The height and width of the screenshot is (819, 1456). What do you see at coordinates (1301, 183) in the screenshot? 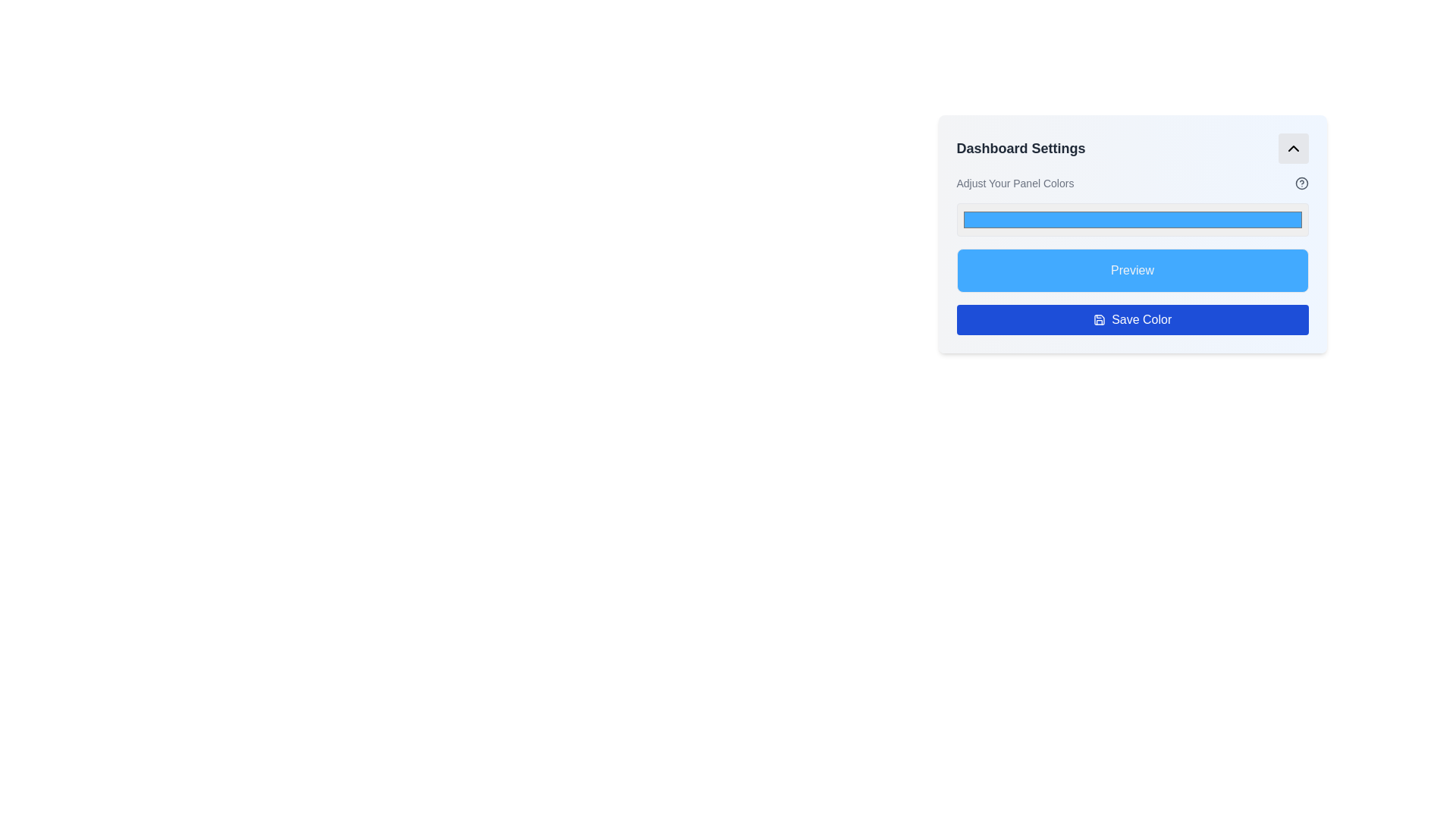
I see `the help icon located to the far right of the 'Adjust Your Panel Colors' text` at bounding box center [1301, 183].